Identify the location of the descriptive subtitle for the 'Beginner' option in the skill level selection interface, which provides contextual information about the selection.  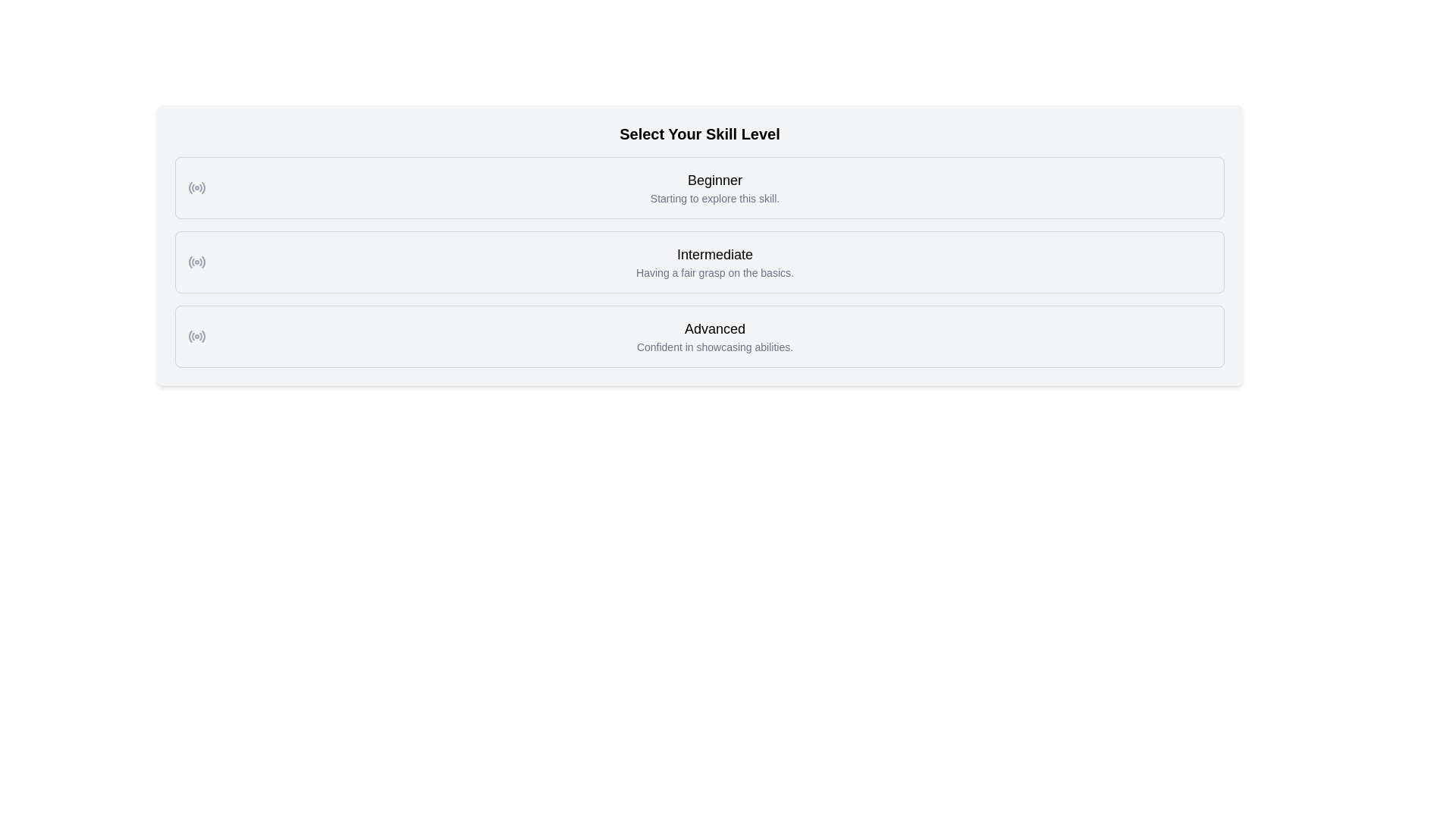
(714, 198).